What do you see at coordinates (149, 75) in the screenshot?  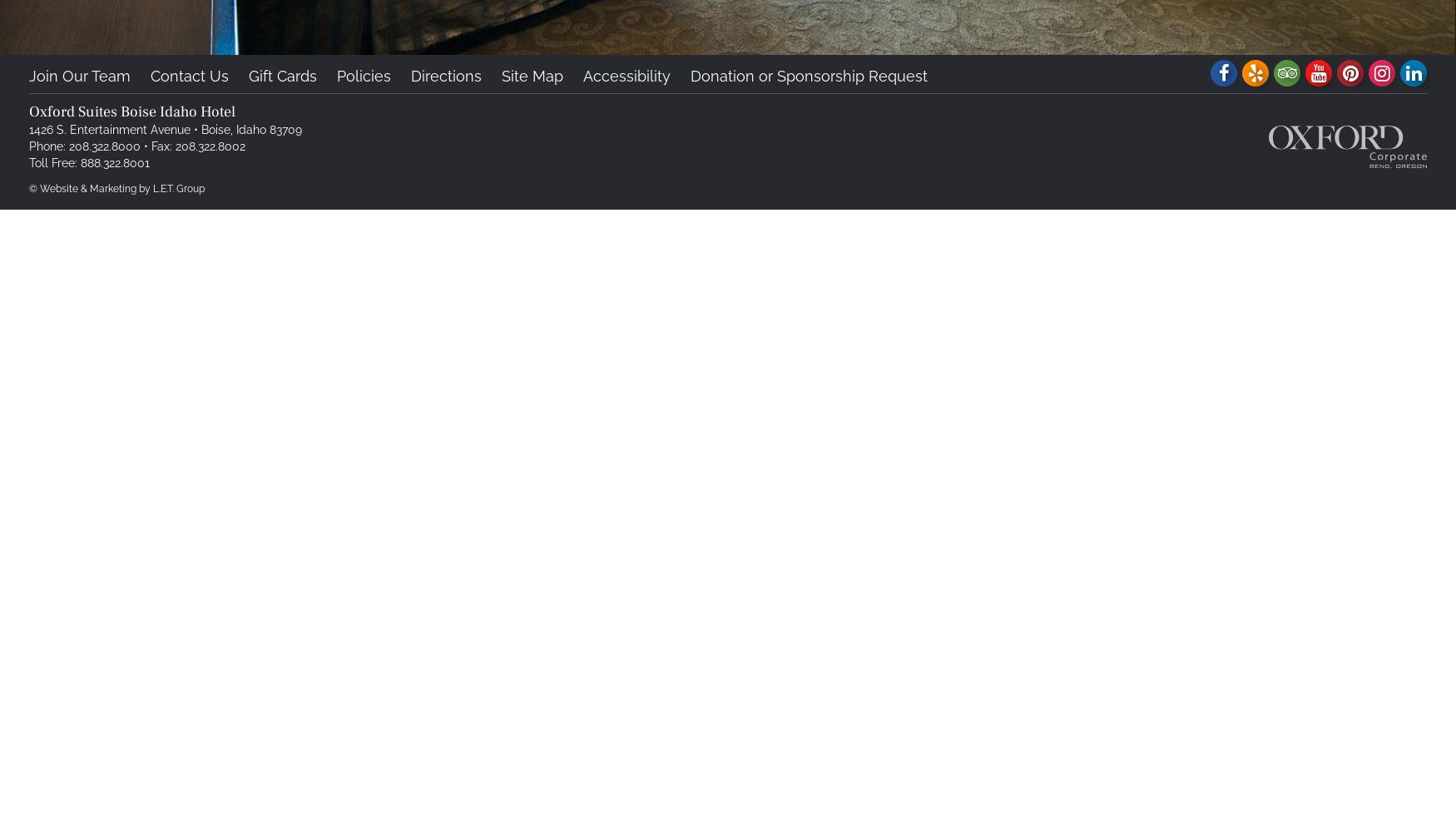 I see `'Contact Us'` at bounding box center [149, 75].